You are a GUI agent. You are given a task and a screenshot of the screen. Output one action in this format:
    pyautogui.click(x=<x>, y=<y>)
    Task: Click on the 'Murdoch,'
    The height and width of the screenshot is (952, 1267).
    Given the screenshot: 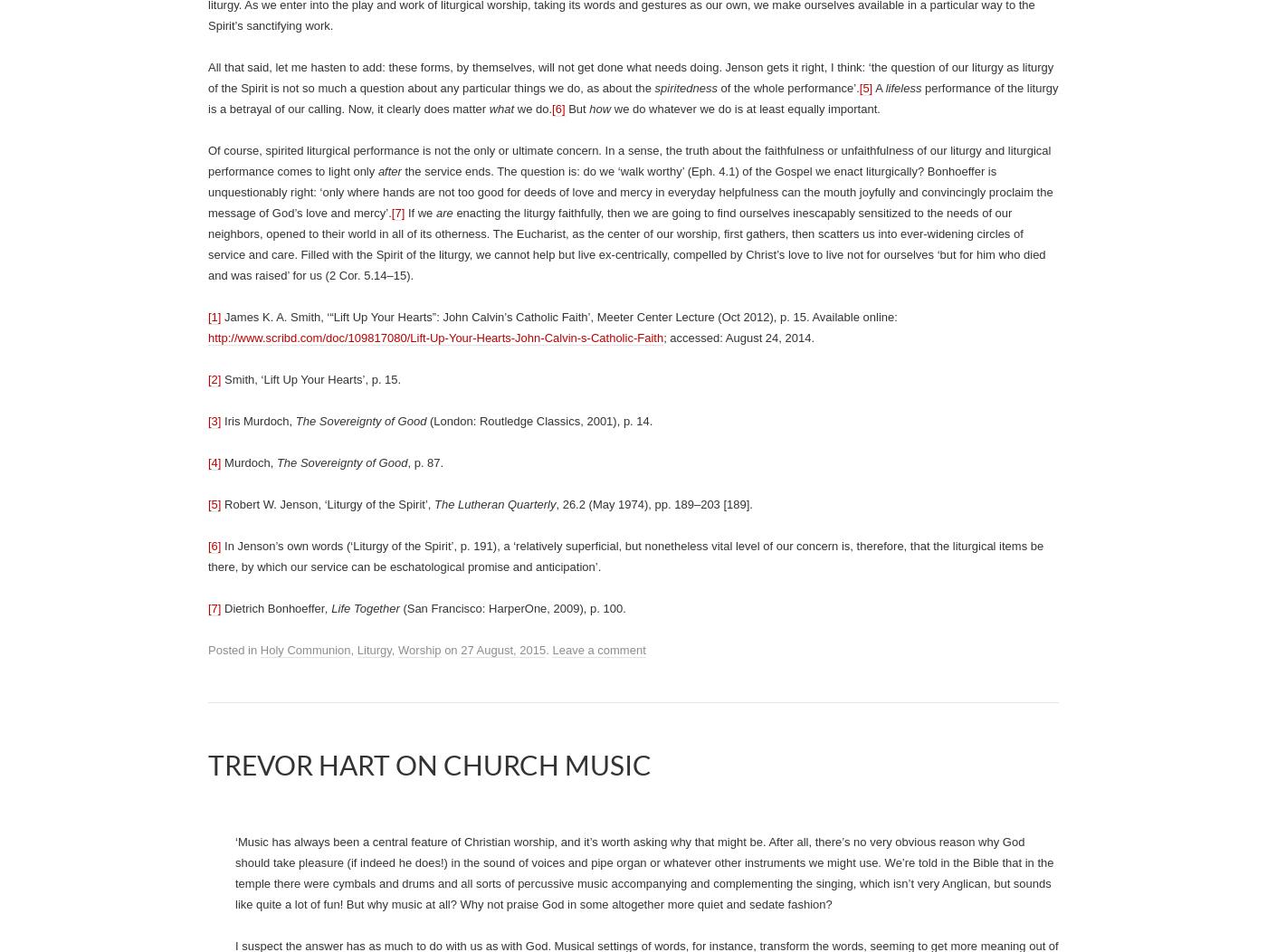 What is the action you would take?
    pyautogui.click(x=248, y=462)
    